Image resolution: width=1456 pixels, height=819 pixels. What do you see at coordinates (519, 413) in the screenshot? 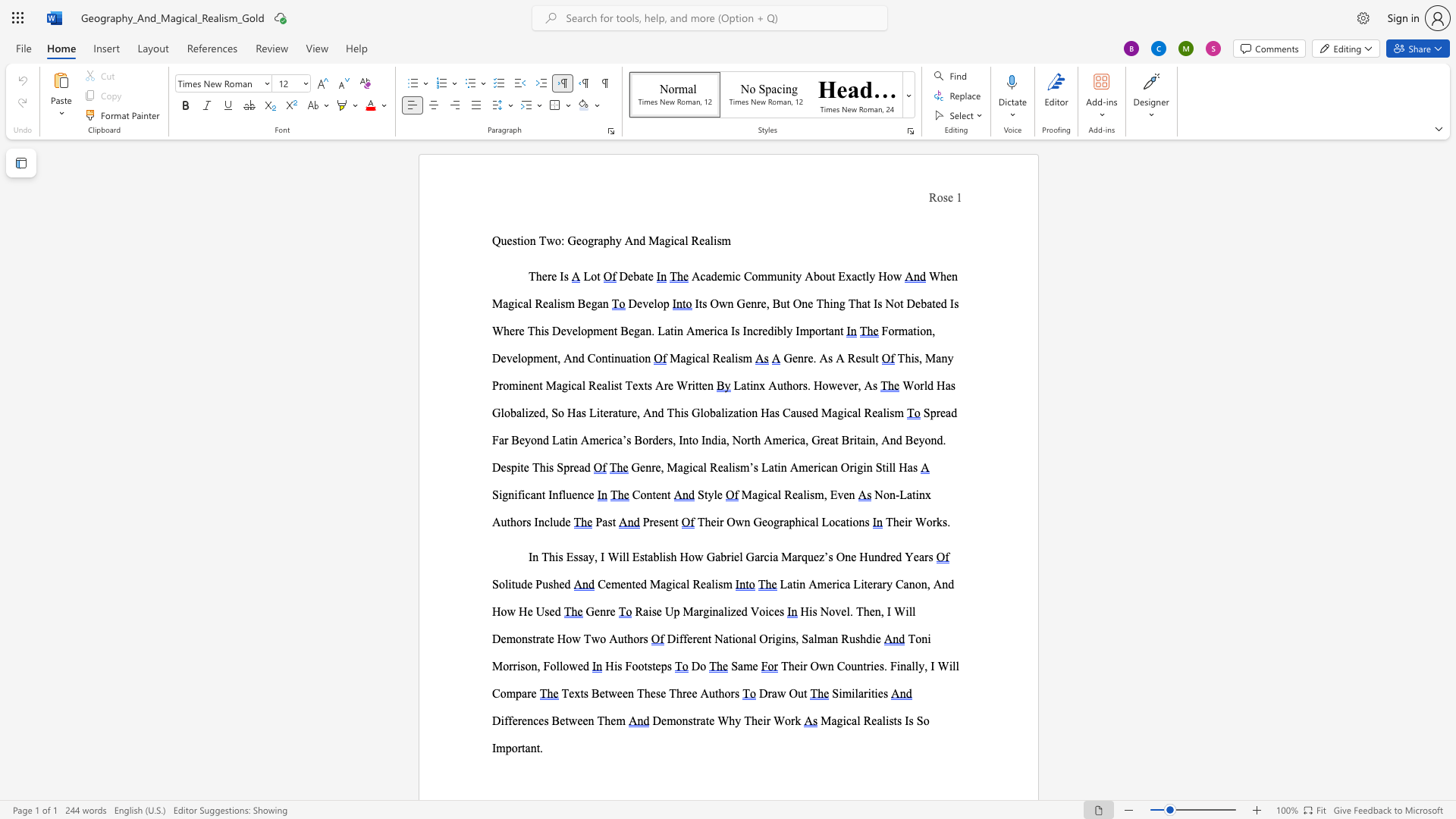
I see `the 2th character "a" in the text` at bounding box center [519, 413].